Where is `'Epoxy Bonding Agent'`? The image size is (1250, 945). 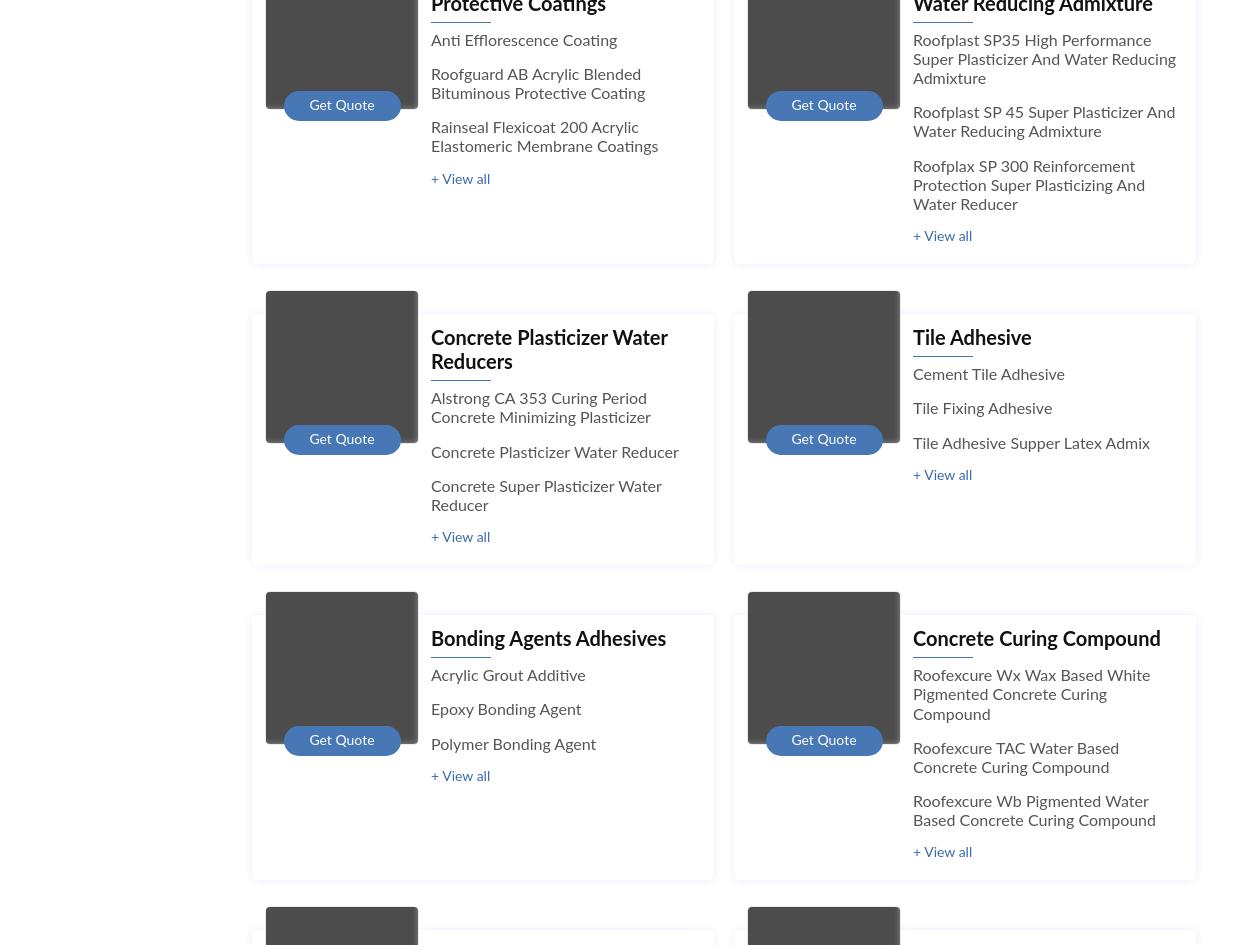
'Epoxy Bonding Agent' is located at coordinates (506, 709).